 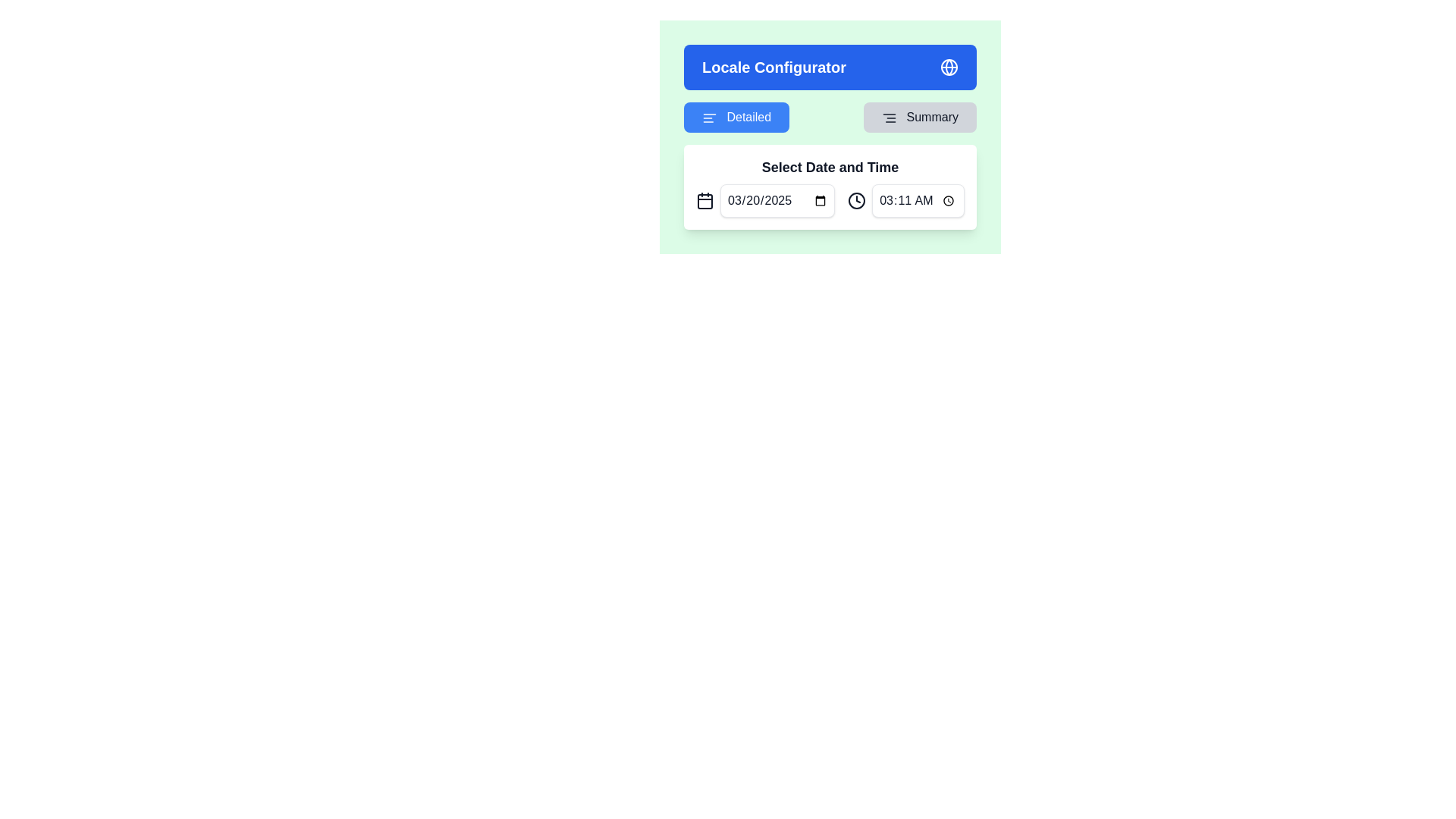 I want to click on the globe icon located in the top-right corner of the blue header bar titled 'Locale Configurator', so click(x=949, y=66).